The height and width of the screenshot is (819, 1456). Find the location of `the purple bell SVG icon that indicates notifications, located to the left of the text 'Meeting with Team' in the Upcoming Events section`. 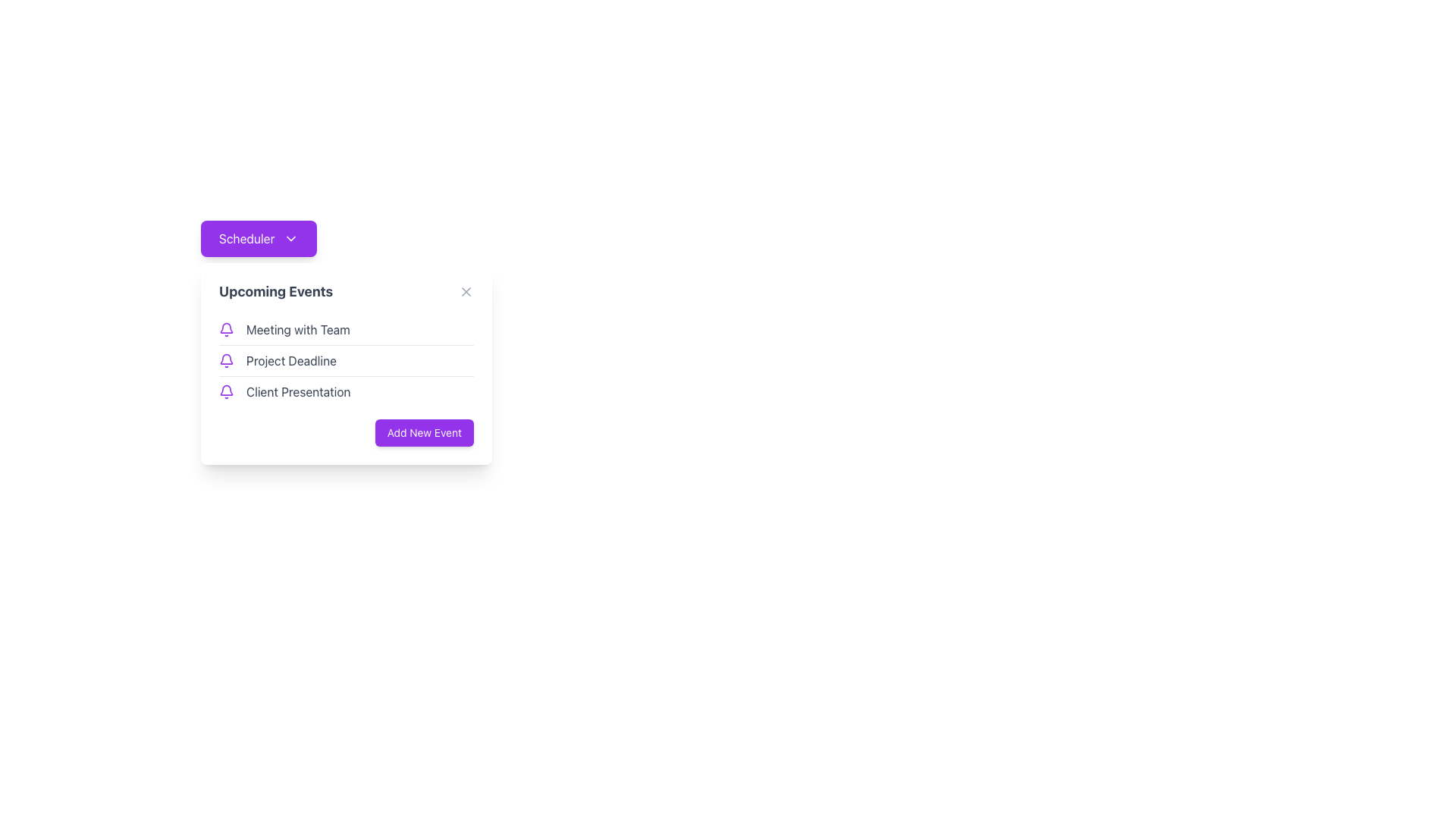

the purple bell SVG icon that indicates notifications, located to the left of the text 'Meeting with Team' in the Upcoming Events section is located at coordinates (225, 329).